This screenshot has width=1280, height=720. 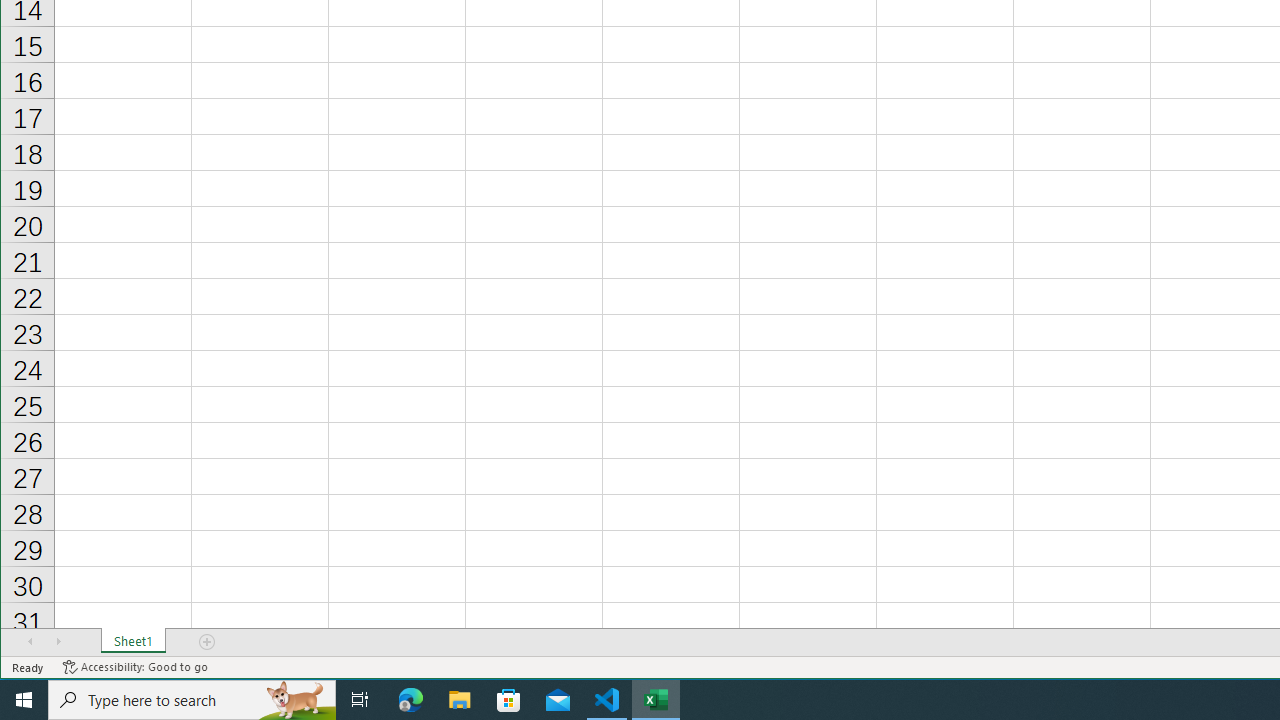 I want to click on 'Visual Studio Code - 1 running window', so click(x=606, y=698).